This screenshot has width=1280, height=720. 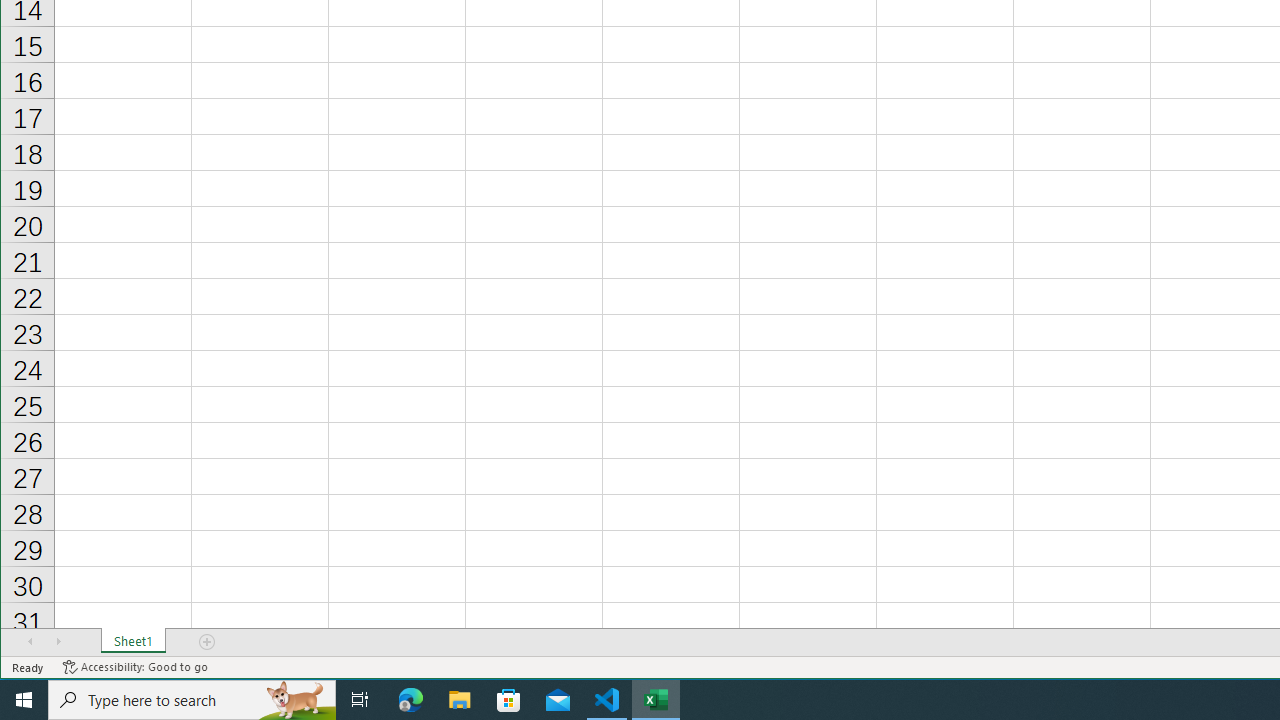 I want to click on 'Visual Studio Code - 1 running window', so click(x=606, y=698).